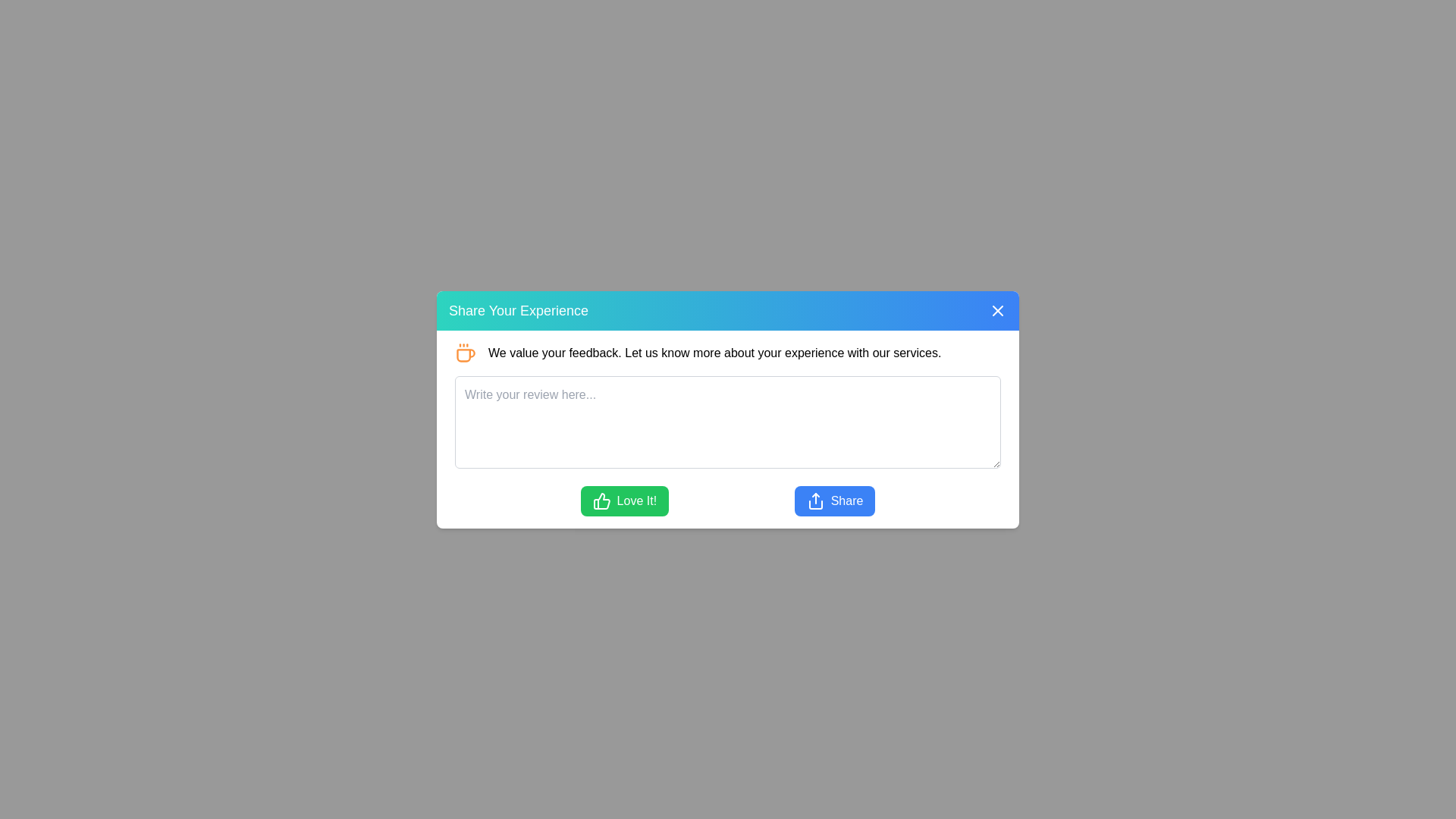 The image size is (1456, 819). What do you see at coordinates (601, 500) in the screenshot?
I see `the thumbs-up SVG icon located within the interactive 'Love It!' button in the bottom-left corner of the feedback modal` at bounding box center [601, 500].